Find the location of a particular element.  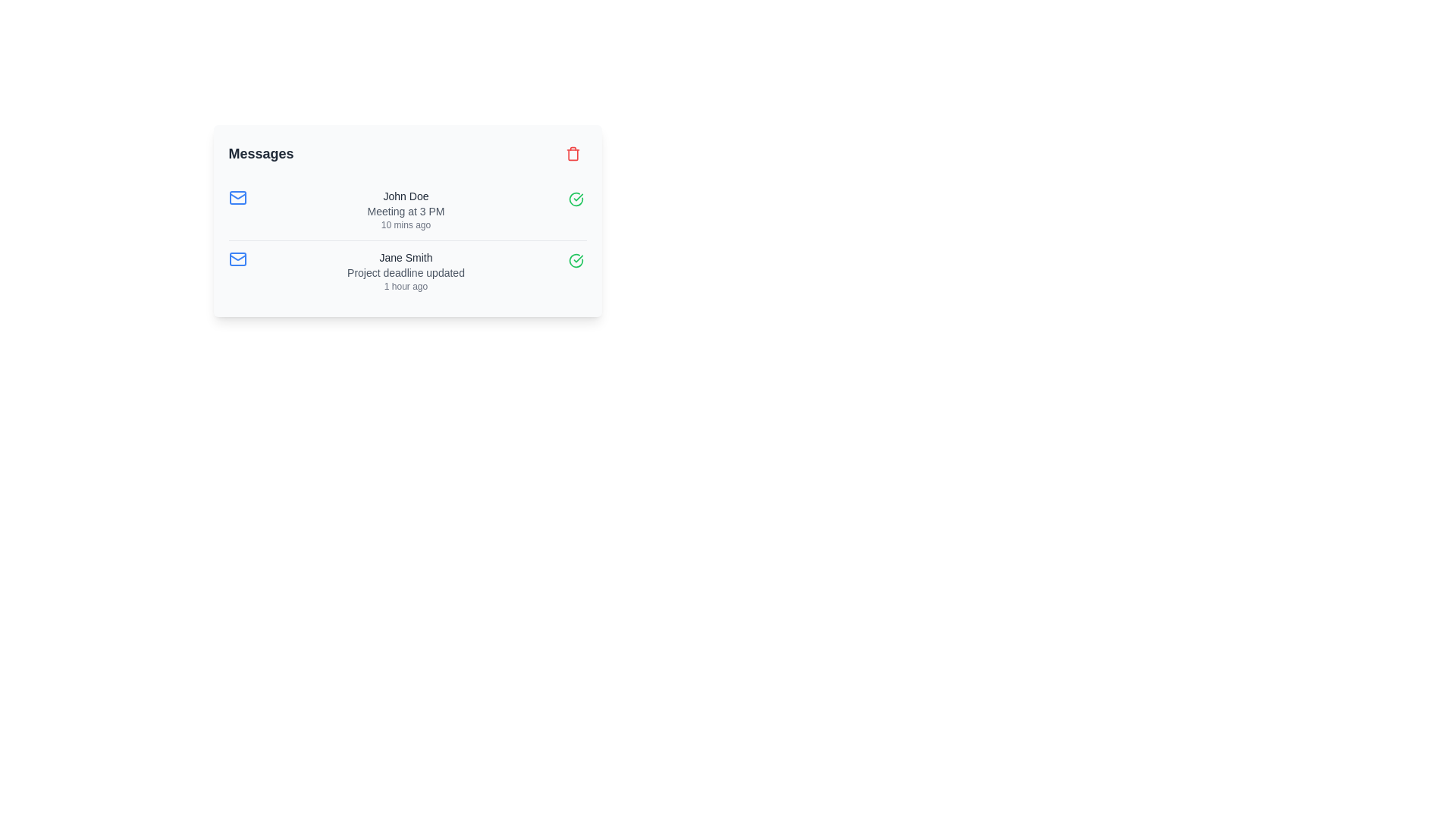

the text label that indicates the relative time of the associated message, positioned below 'Meeting at 3 PM' and above the next message entry is located at coordinates (406, 225).